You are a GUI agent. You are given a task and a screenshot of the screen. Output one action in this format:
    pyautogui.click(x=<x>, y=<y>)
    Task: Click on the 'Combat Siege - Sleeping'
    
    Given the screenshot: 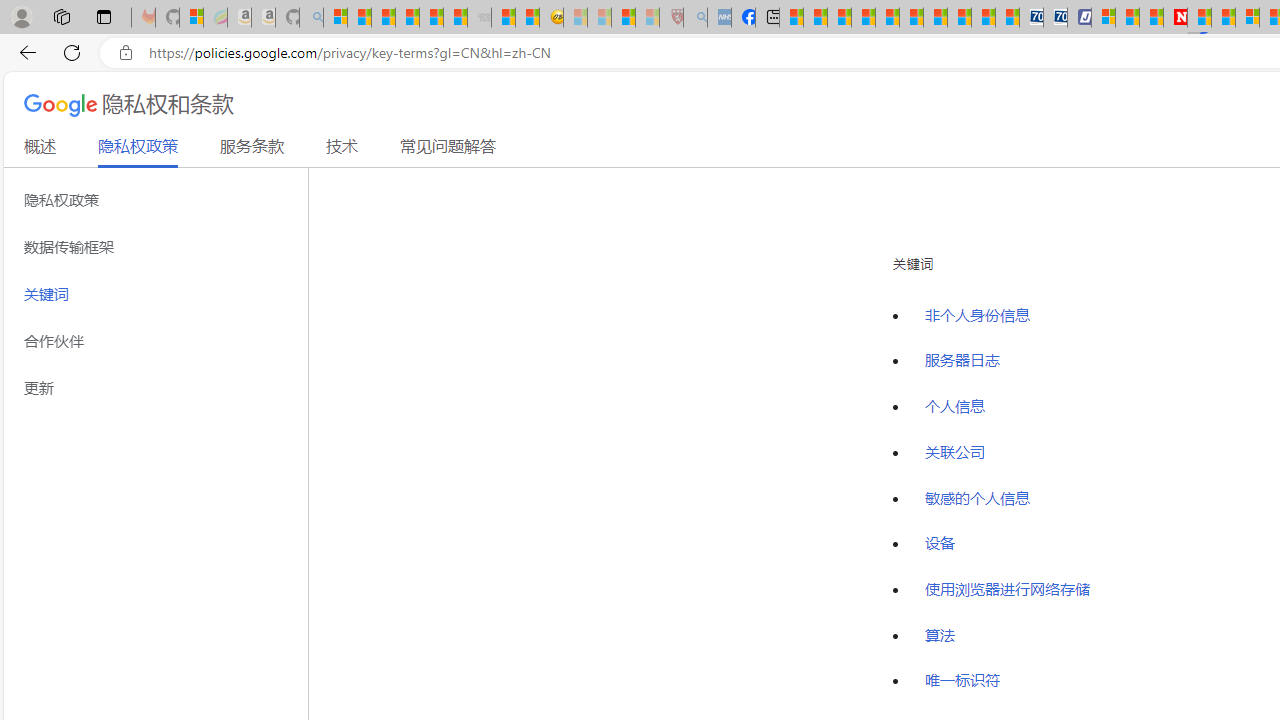 What is the action you would take?
    pyautogui.click(x=480, y=17)
    